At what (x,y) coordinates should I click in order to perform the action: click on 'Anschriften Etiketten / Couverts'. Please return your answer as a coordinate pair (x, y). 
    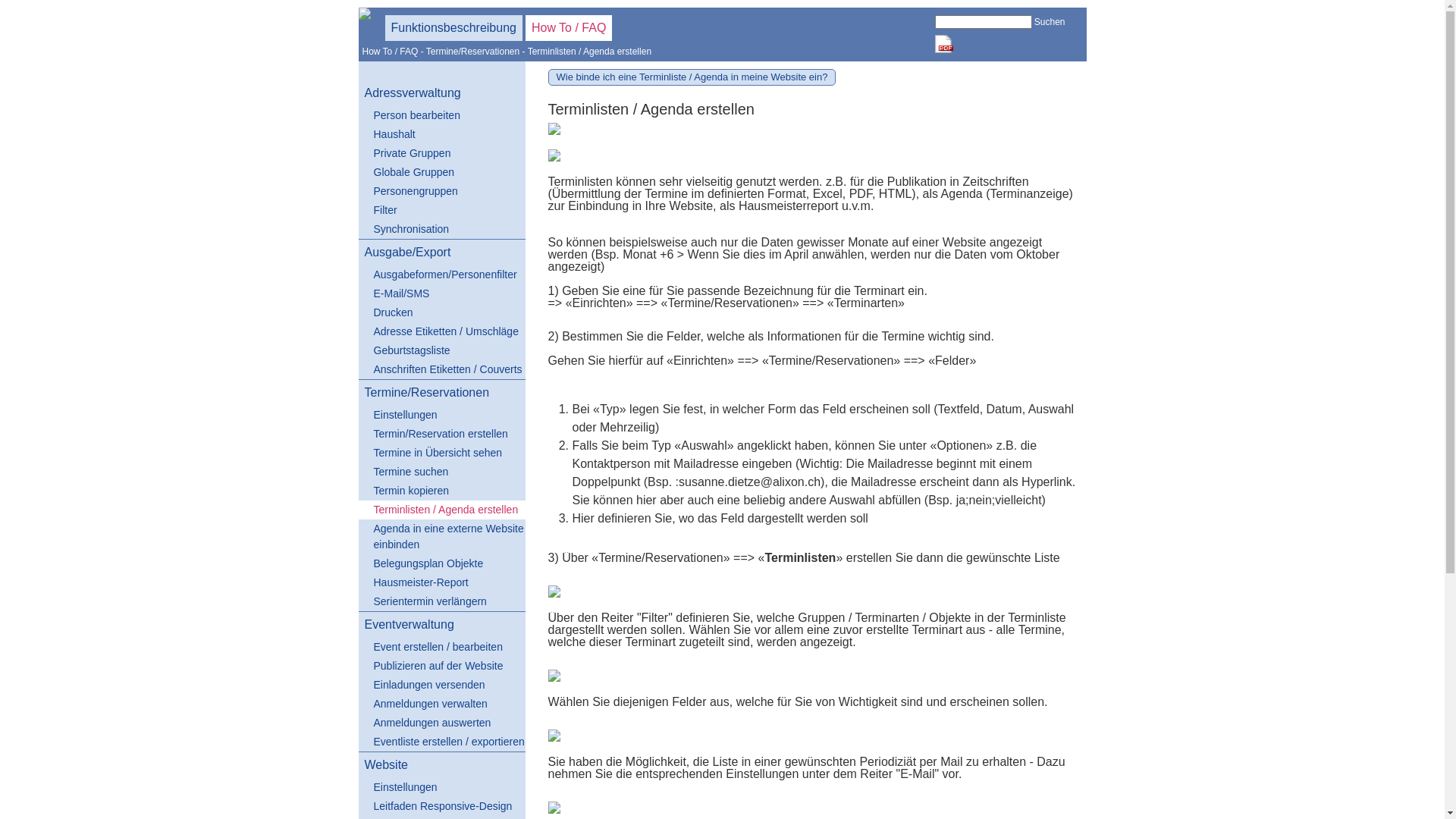
    Looking at the image, I should click on (440, 369).